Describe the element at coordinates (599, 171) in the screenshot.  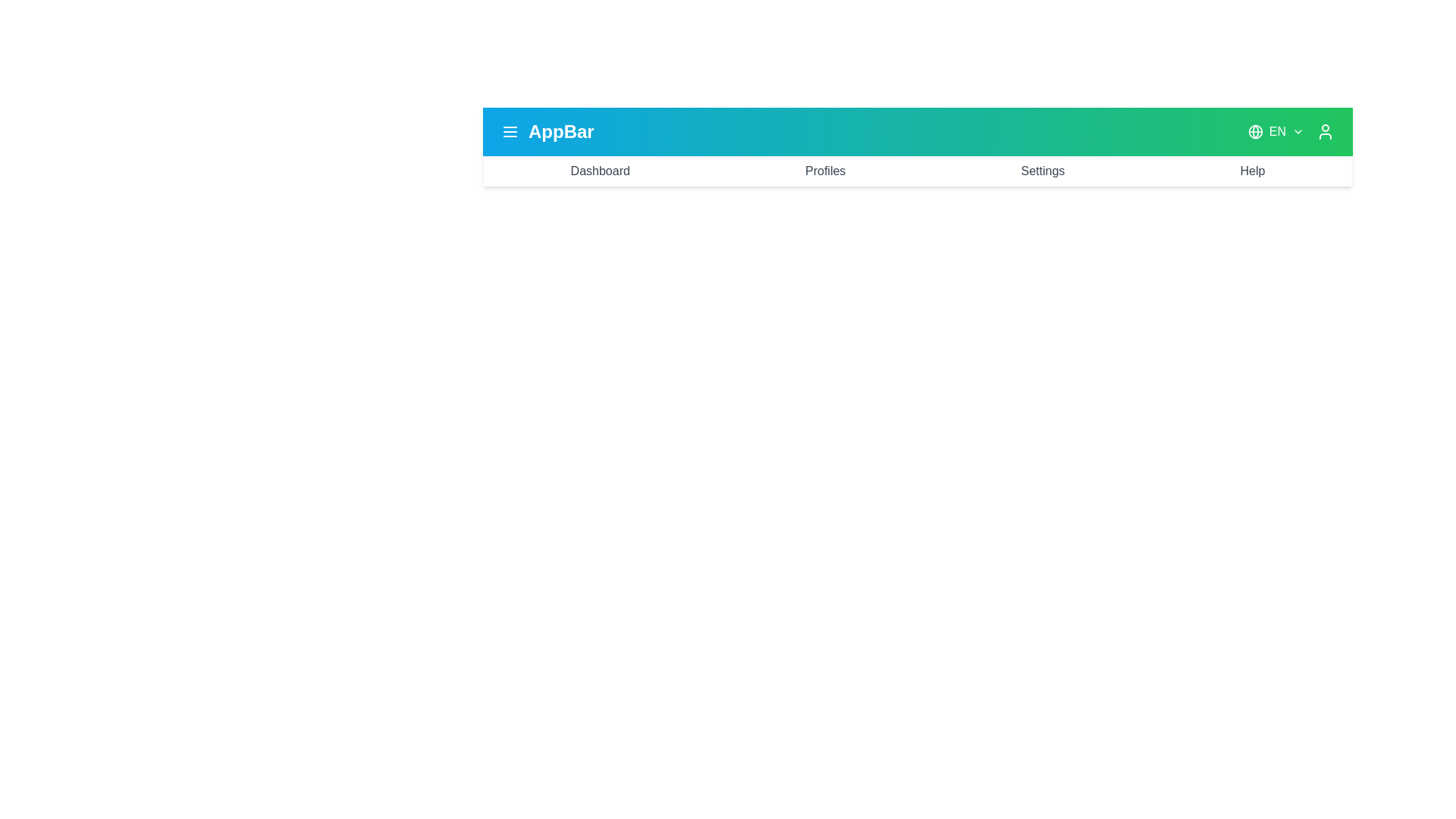
I see `the menu item Dashboard to navigate to the corresponding section` at that location.